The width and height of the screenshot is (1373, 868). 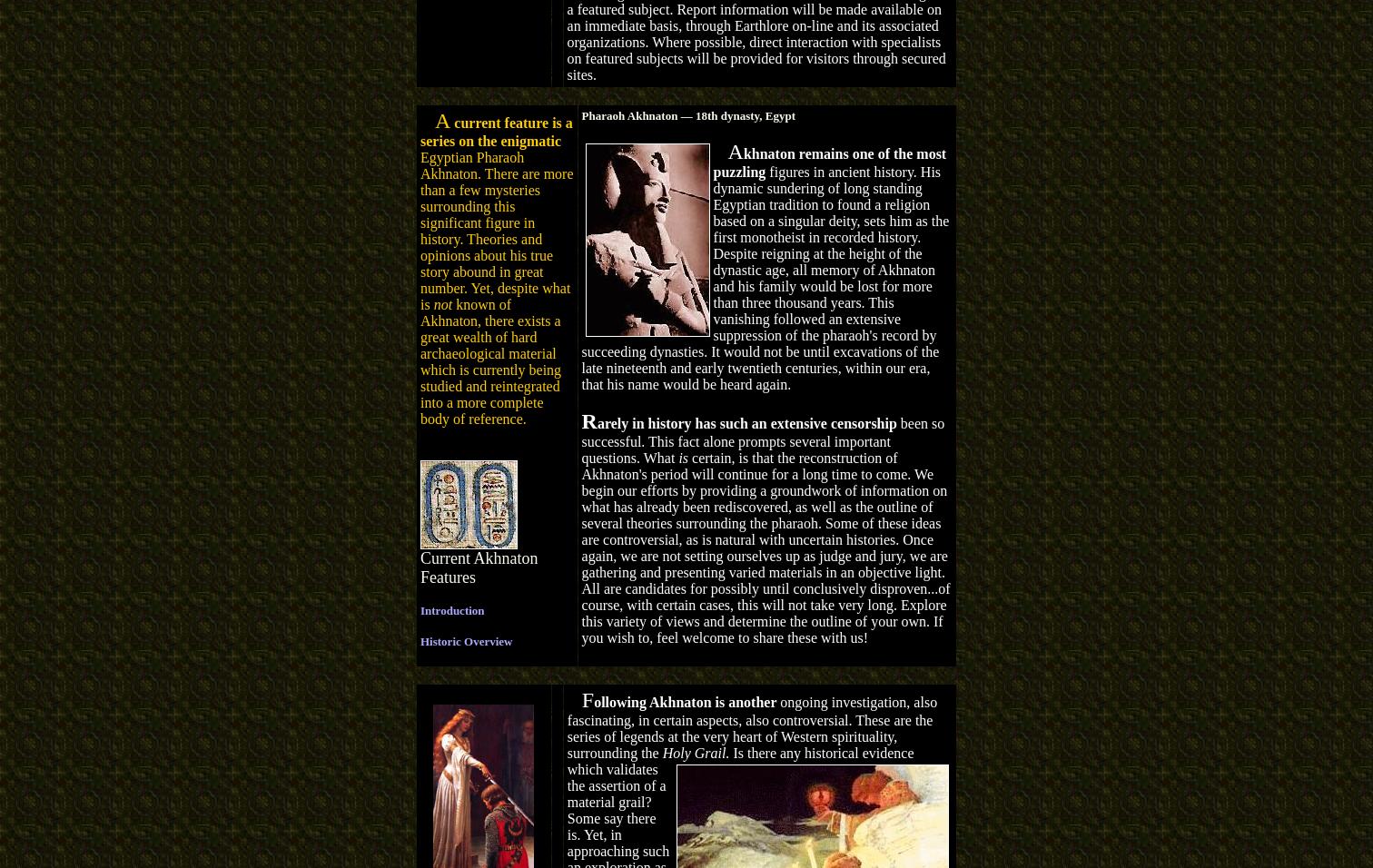 I want to click on 'ongoing investigation, also fascinating, in certain 
        aspects, also controversial. These are the series of legends at the very 
        heart of Western spirituality, surrounding the', so click(x=751, y=725).